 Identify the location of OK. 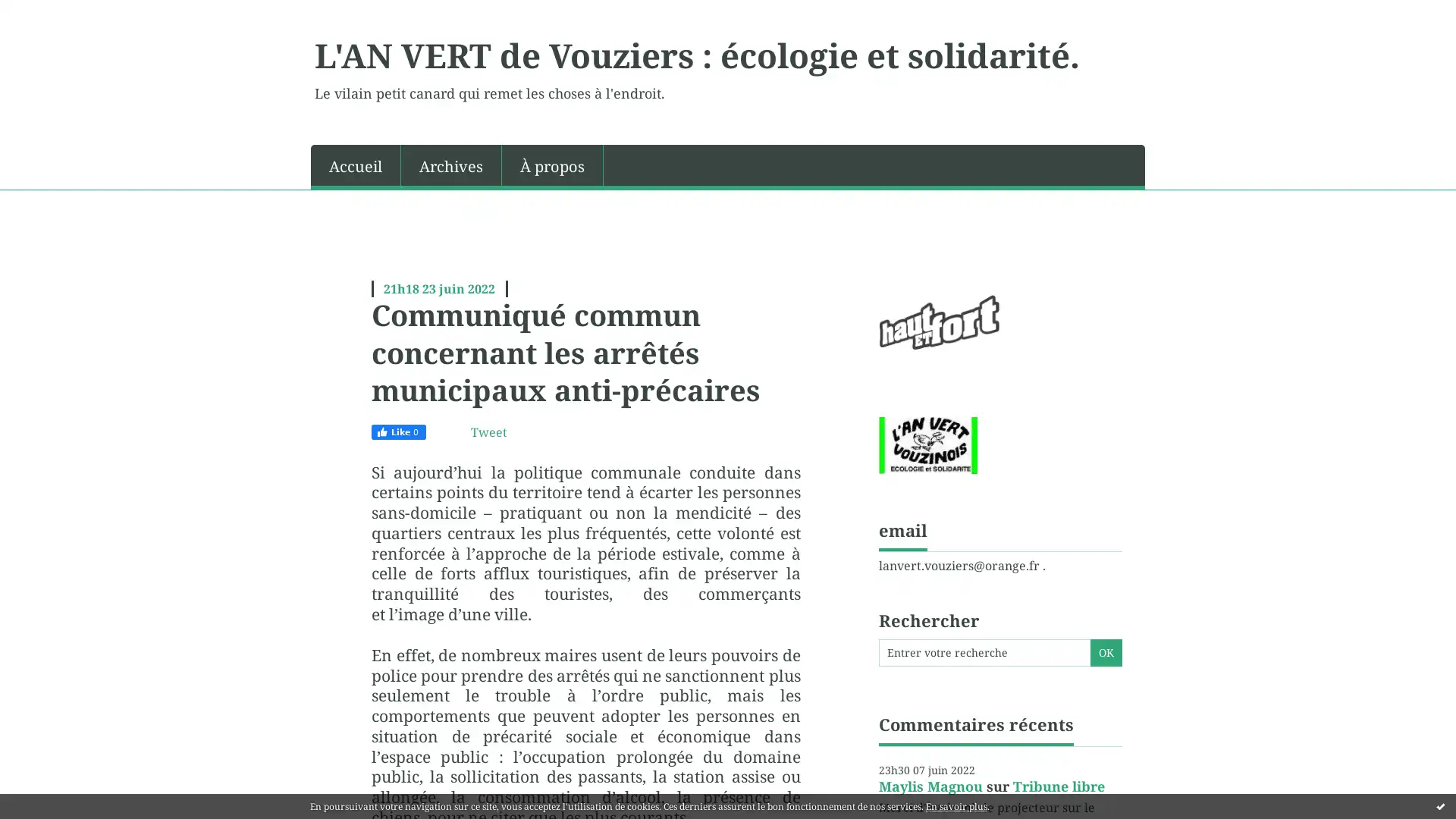
(1106, 651).